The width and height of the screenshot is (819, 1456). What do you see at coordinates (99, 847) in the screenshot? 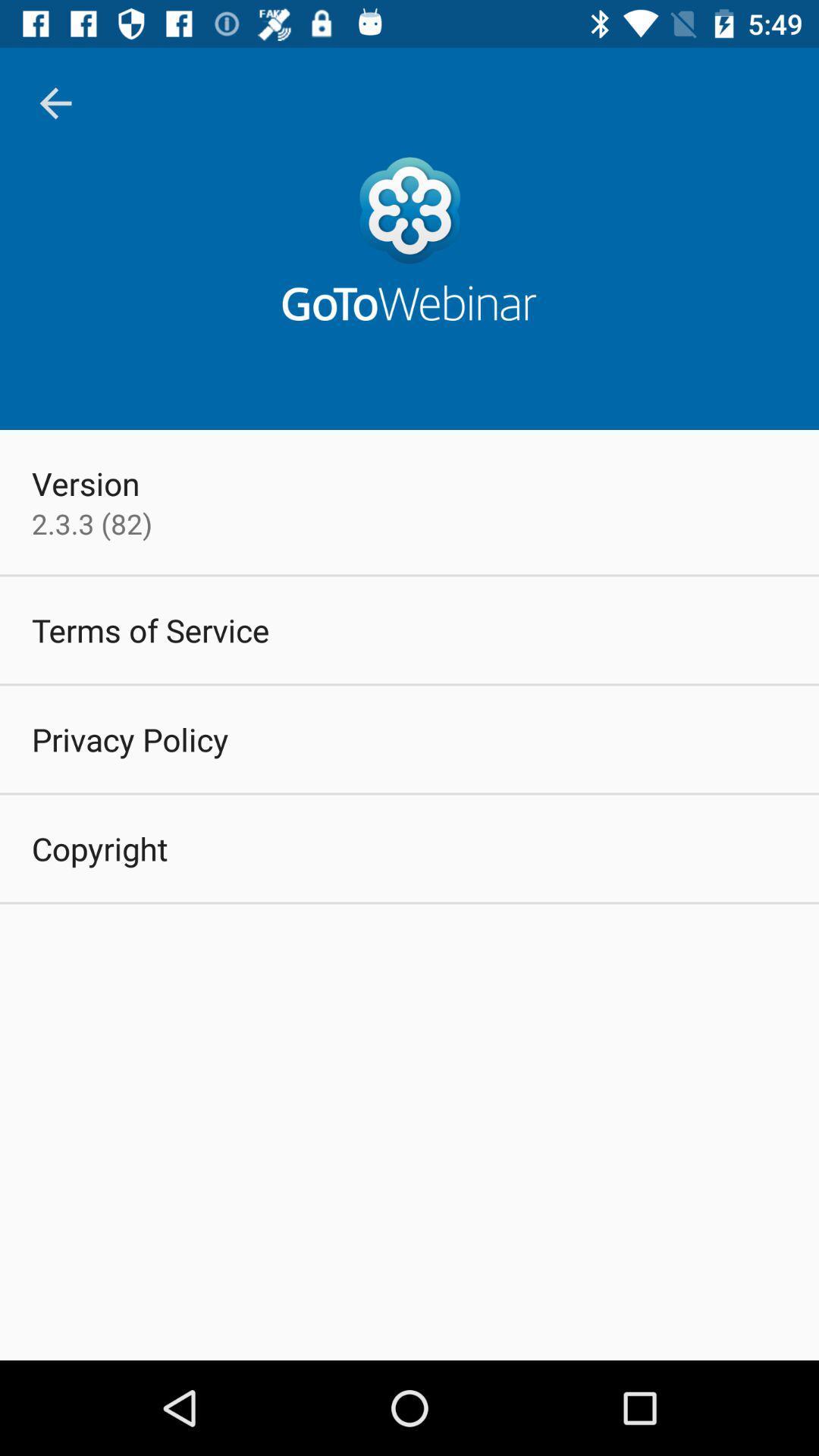
I see `the item below the privacy policy` at bounding box center [99, 847].